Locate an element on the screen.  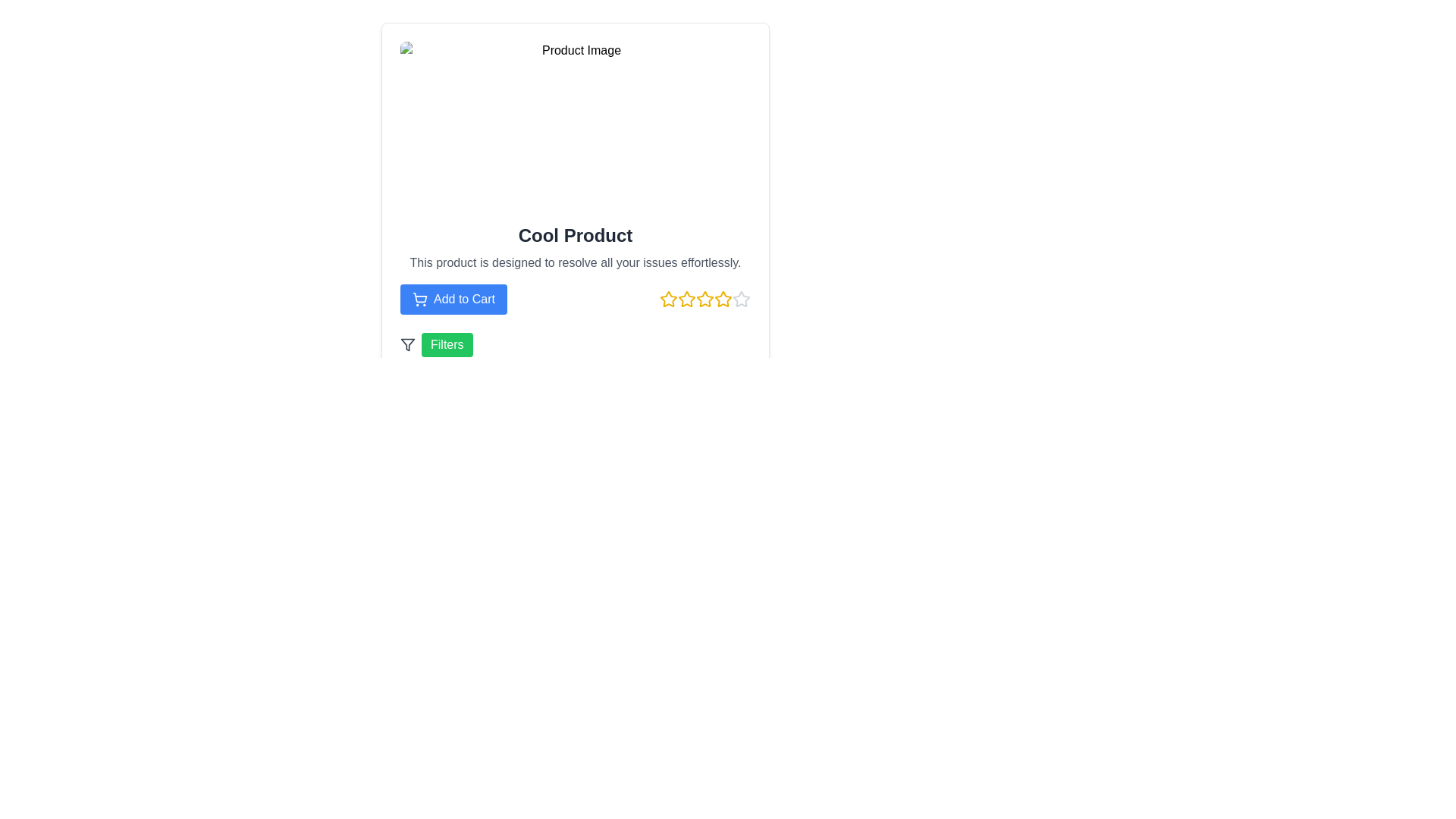
the 'Add to Cart' icon located to the left of the text within the button that visually indicates the action of adding a product to the shopping cart is located at coordinates (419, 299).